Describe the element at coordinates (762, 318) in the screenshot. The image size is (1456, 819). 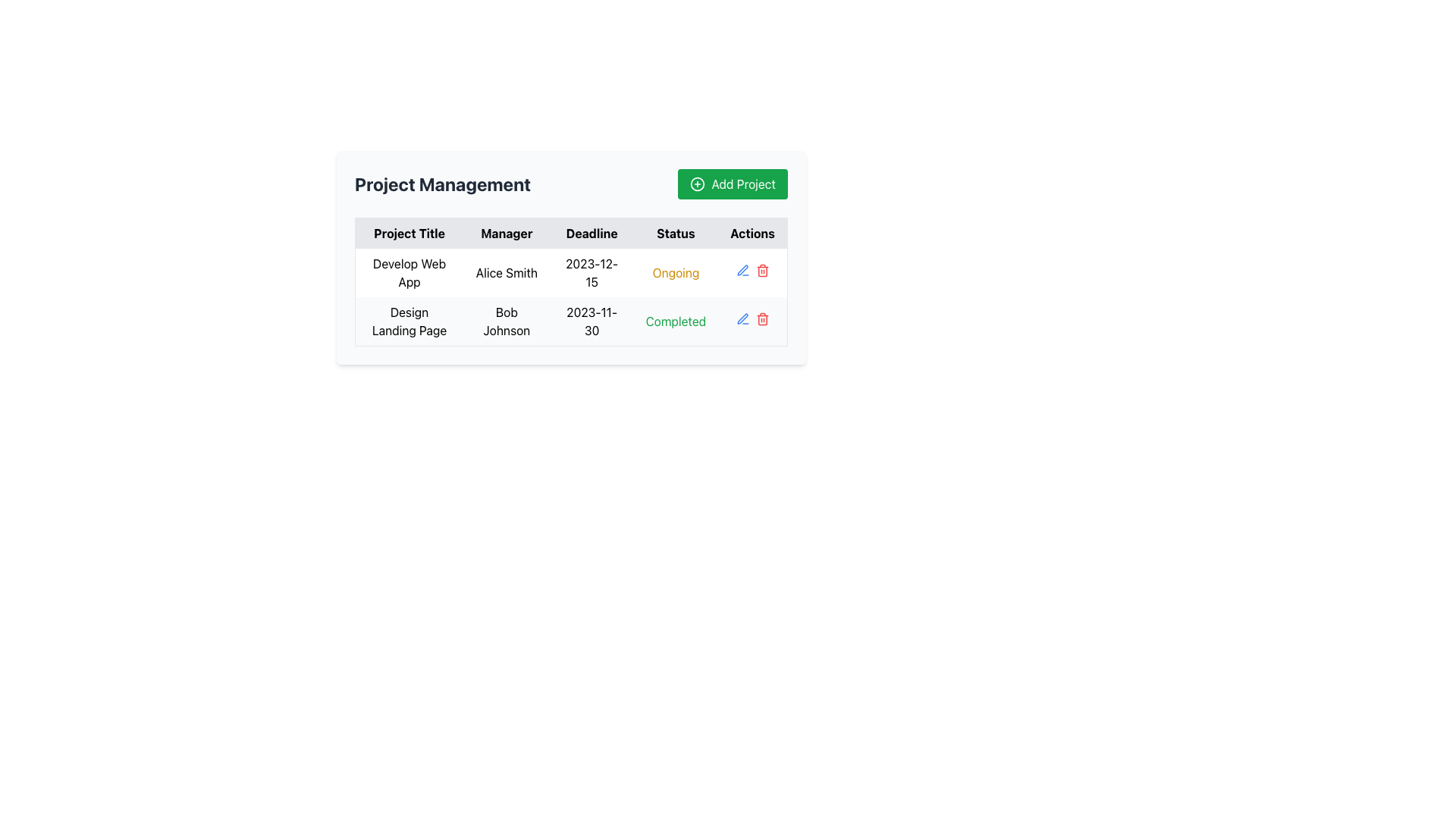
I see `the red trashcan-shaped icon button located in the 'Actions' column of the second row of the table to observe the hover color change to a darker red shade` at that location.